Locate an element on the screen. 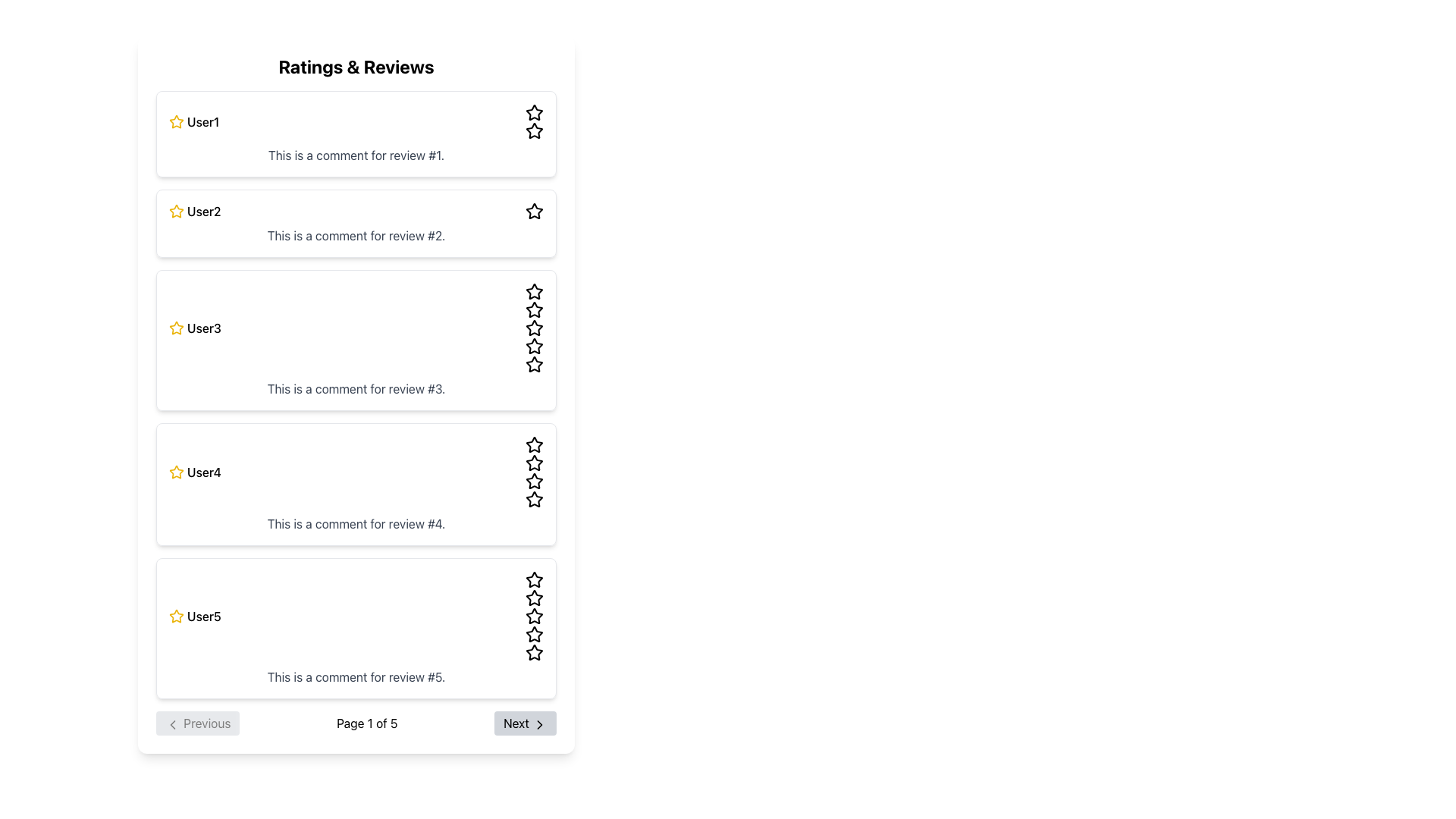 The height and width of the screenshot is (819, 1456). the first star icon in the rating system for the review made by 'User3' to interact with the rating feature is located at coordinates (177, 327).